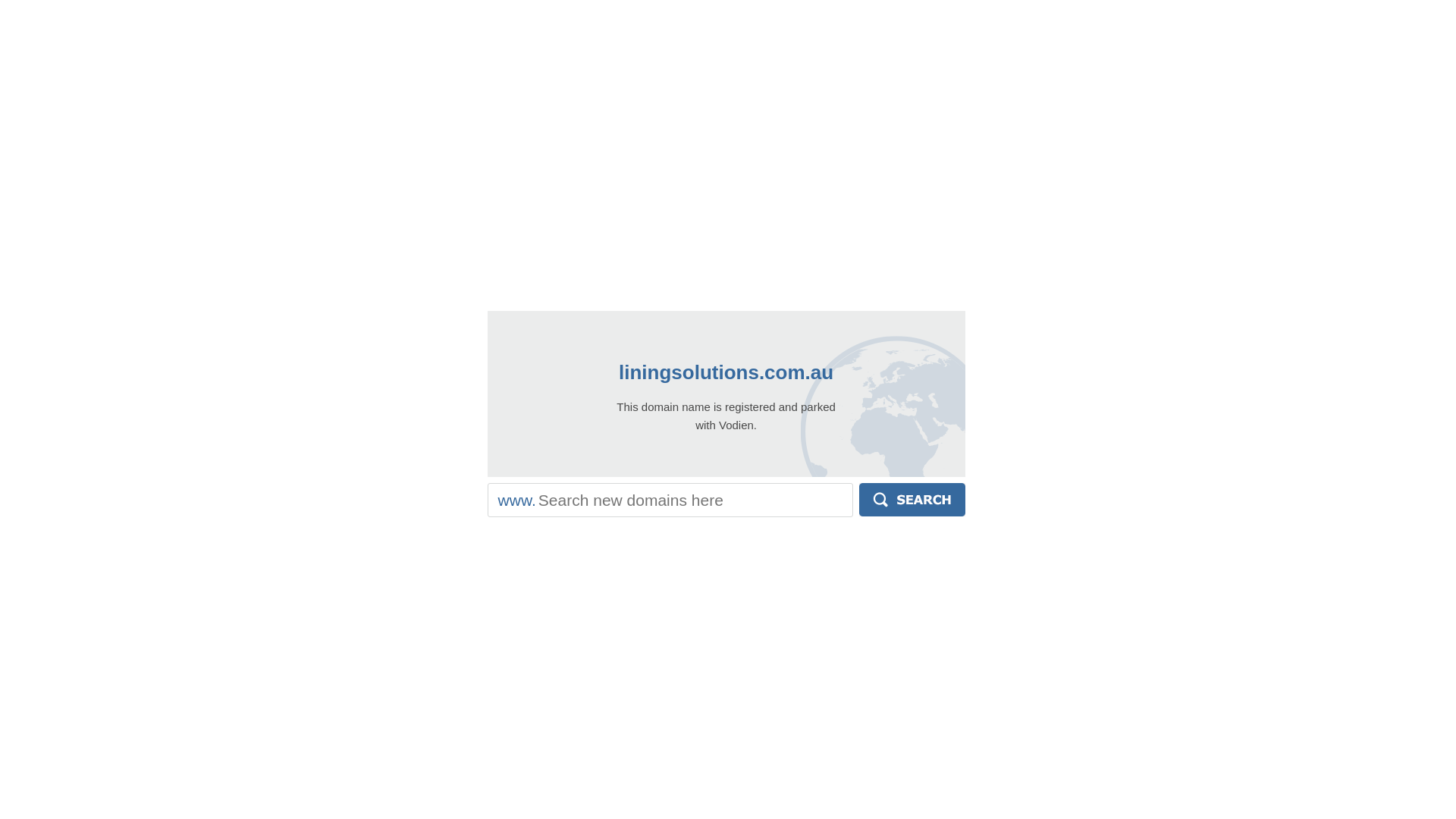 The height and width of the screenshot is (819, 1456). What do you see at coordinates (912, 500) in the screenshot?
I see `'Search'` at bounding box center [912, 500].